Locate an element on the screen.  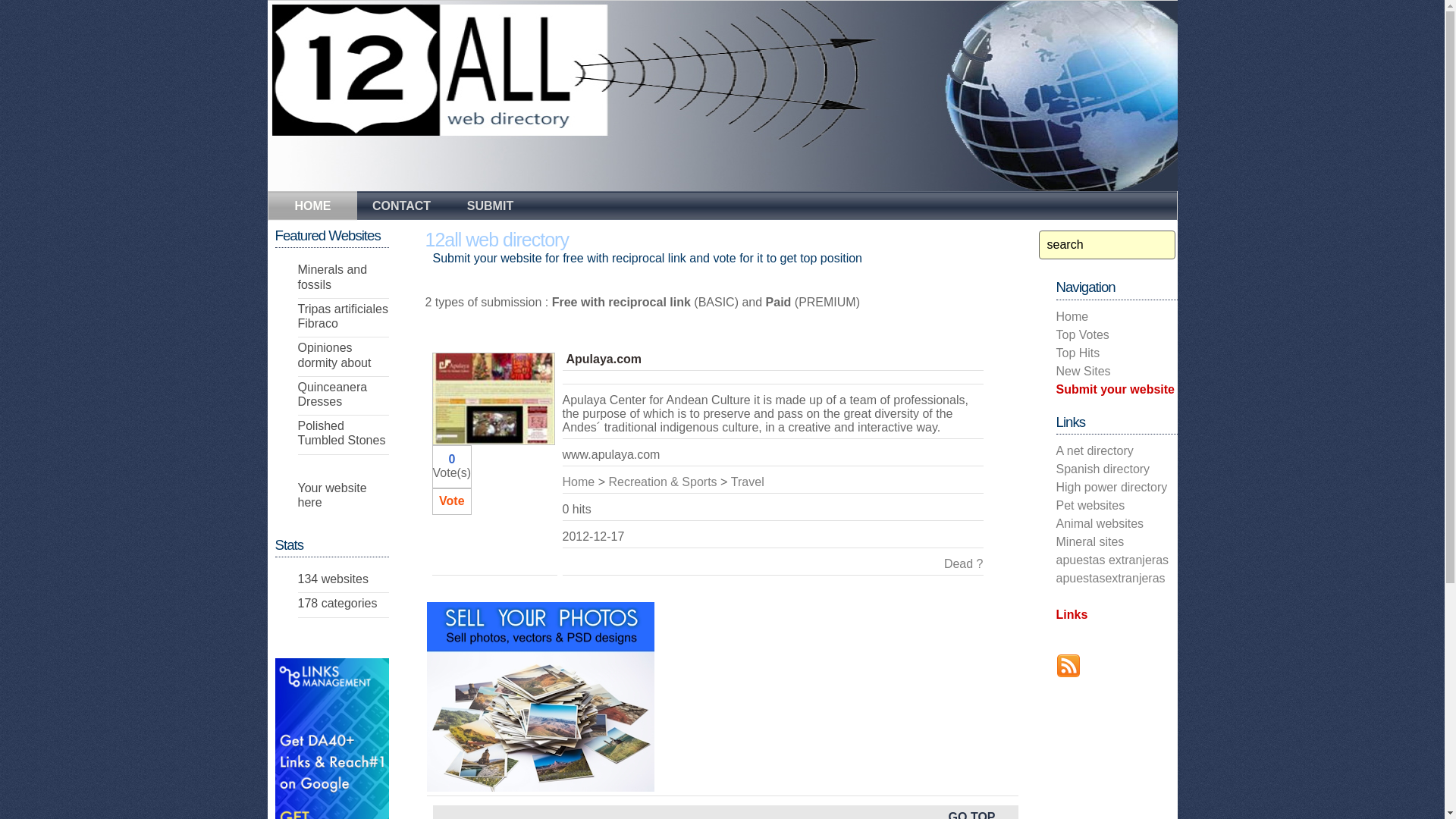
'Spanish directory' is located at coordinates (1103, 468).